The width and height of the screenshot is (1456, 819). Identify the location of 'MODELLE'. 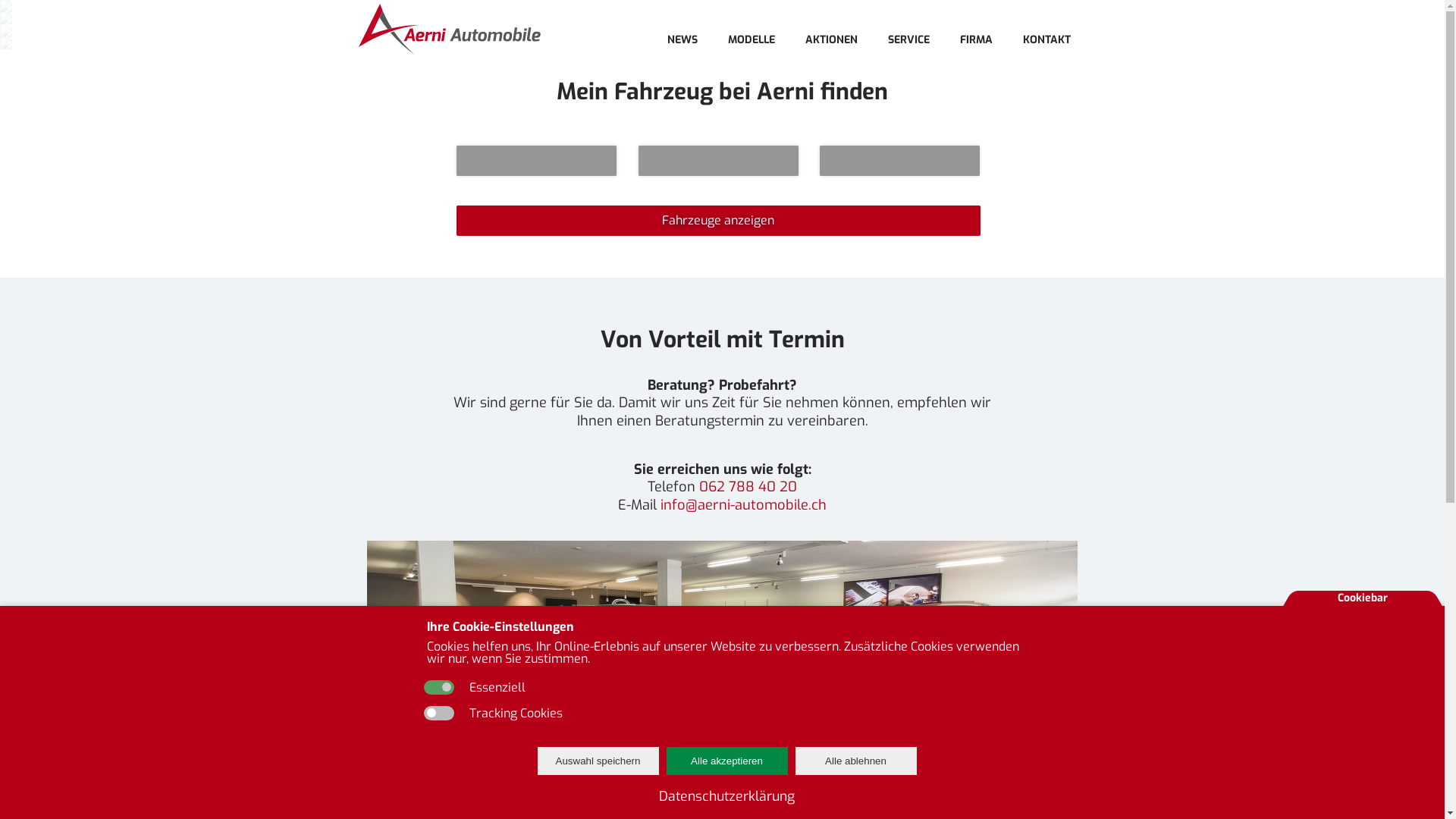
(751, 39).